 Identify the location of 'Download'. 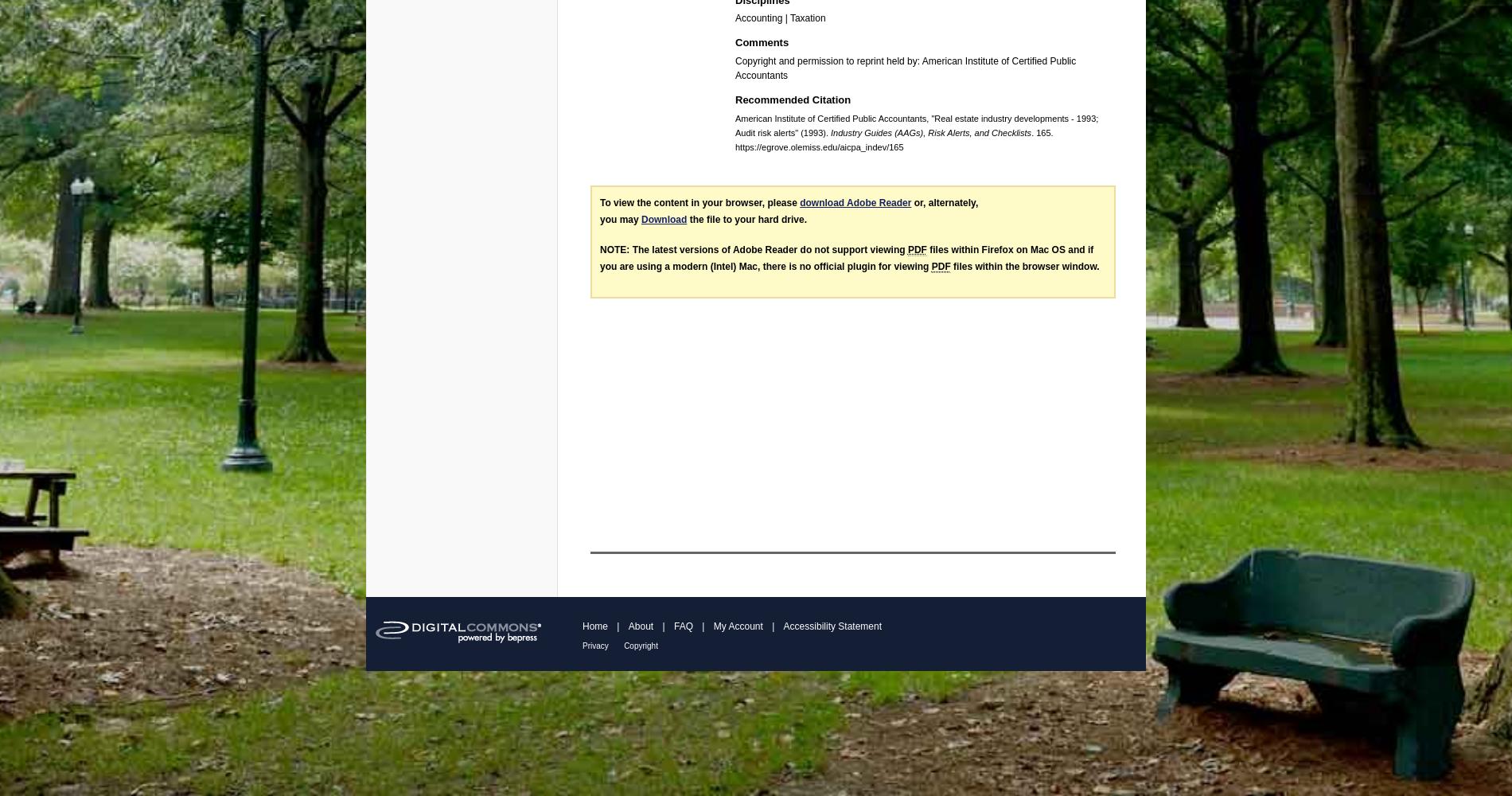
(640, 220).